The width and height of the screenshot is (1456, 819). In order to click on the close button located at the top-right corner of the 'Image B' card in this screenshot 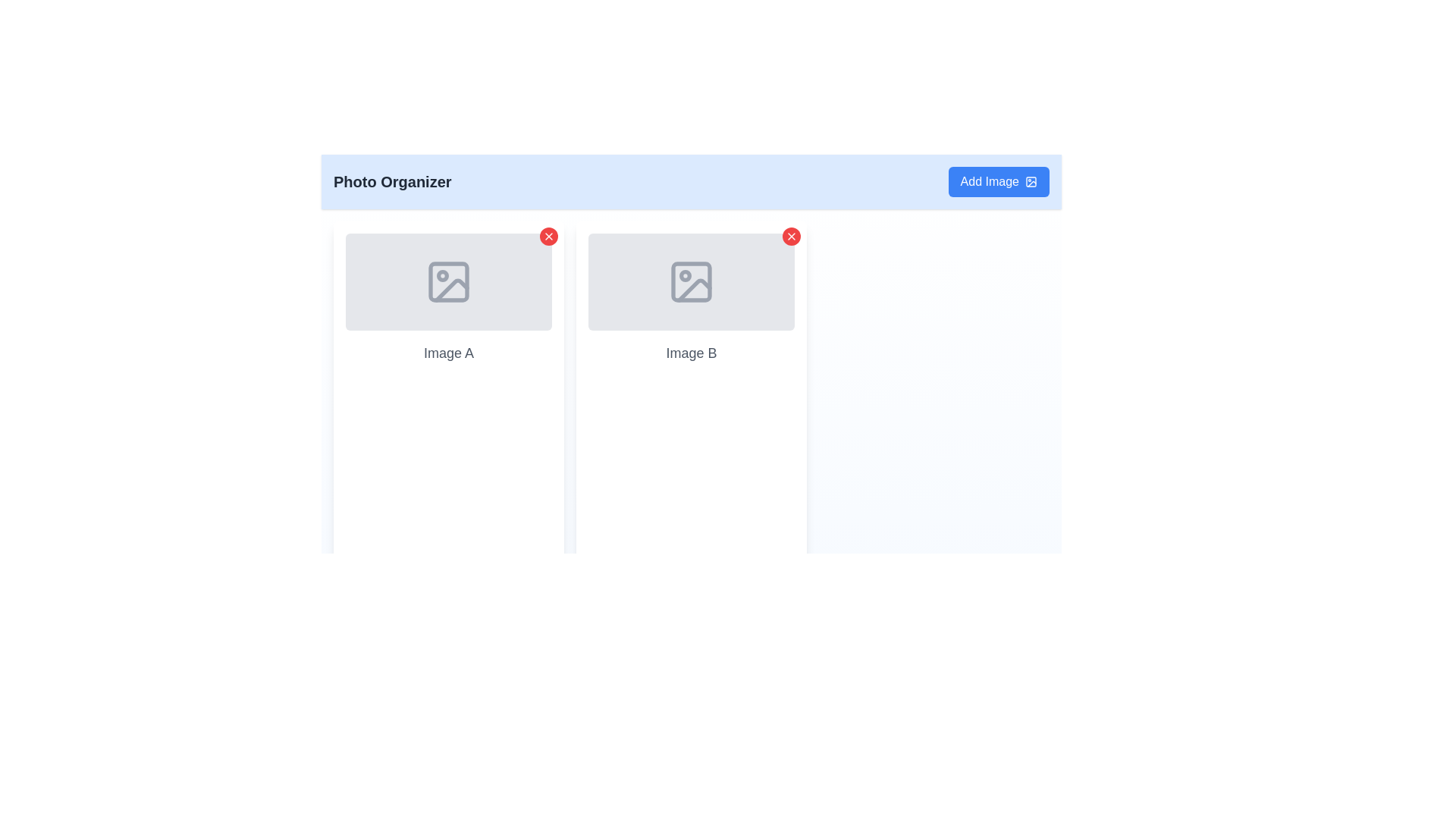, I will do `click(790, 237)`.